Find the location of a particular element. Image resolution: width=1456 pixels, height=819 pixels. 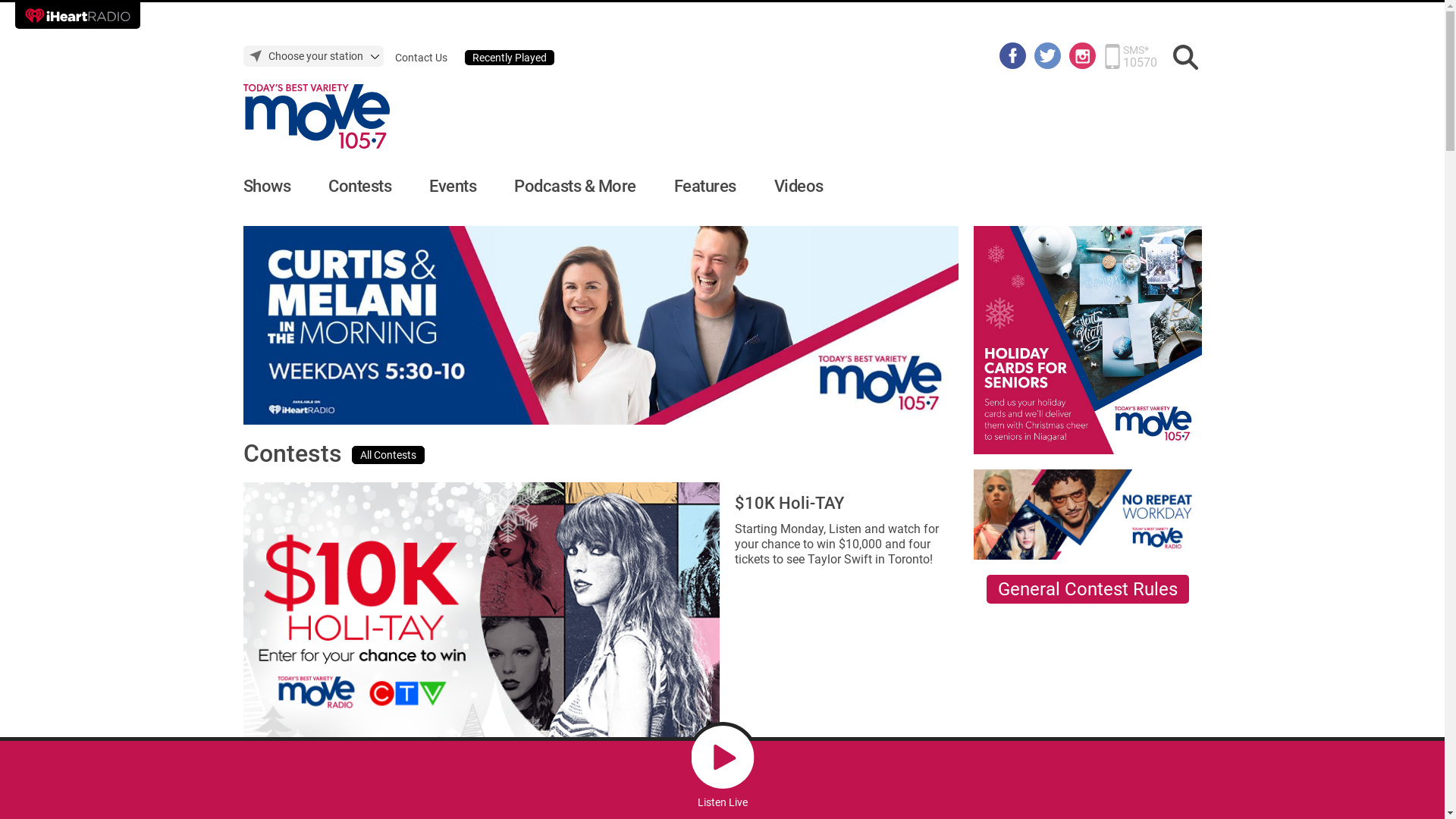

'Instagram' is located at coordinates (1081, 54).